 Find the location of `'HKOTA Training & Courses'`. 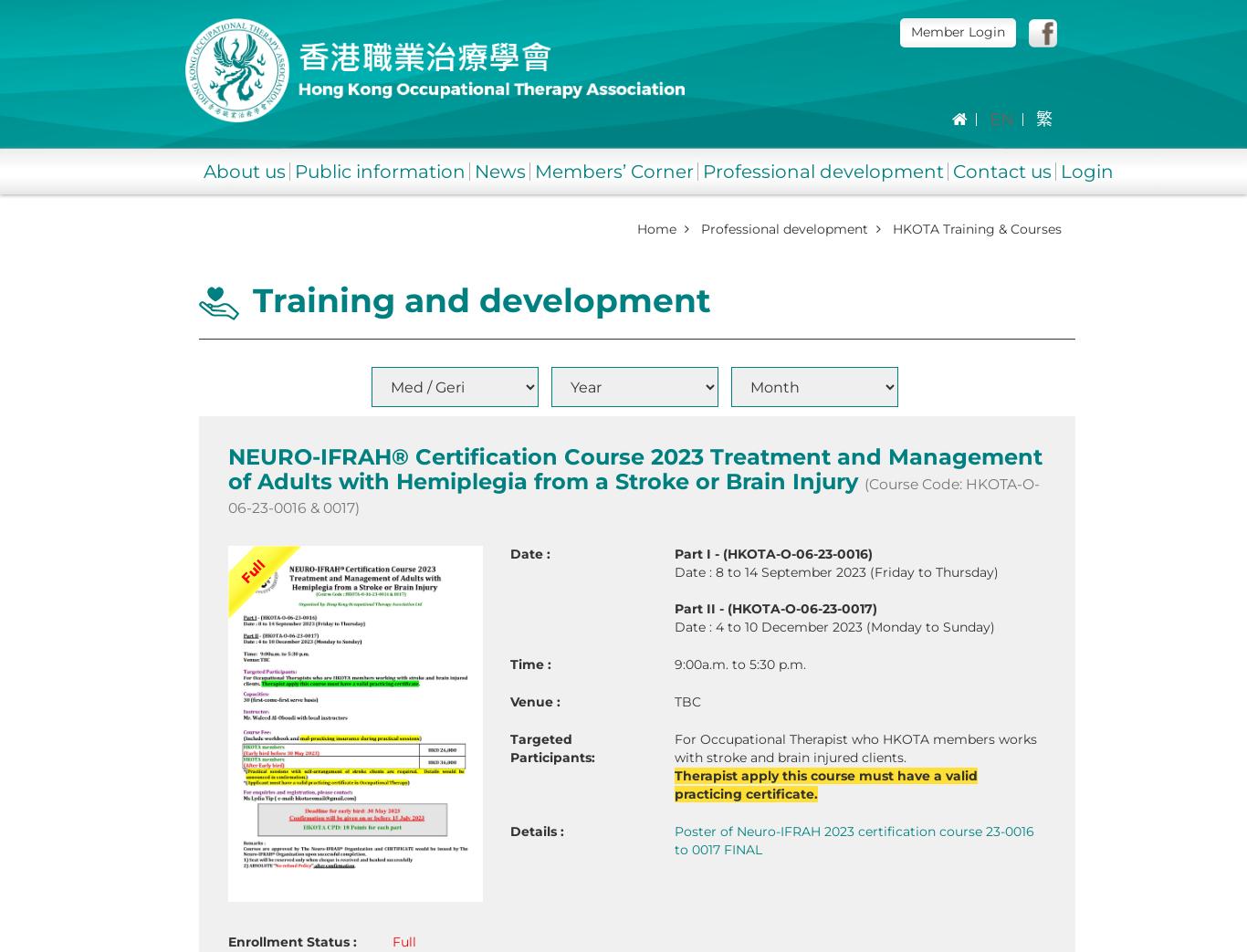

'HKOTA Training & Courses' is located at coordinates (976, 228).